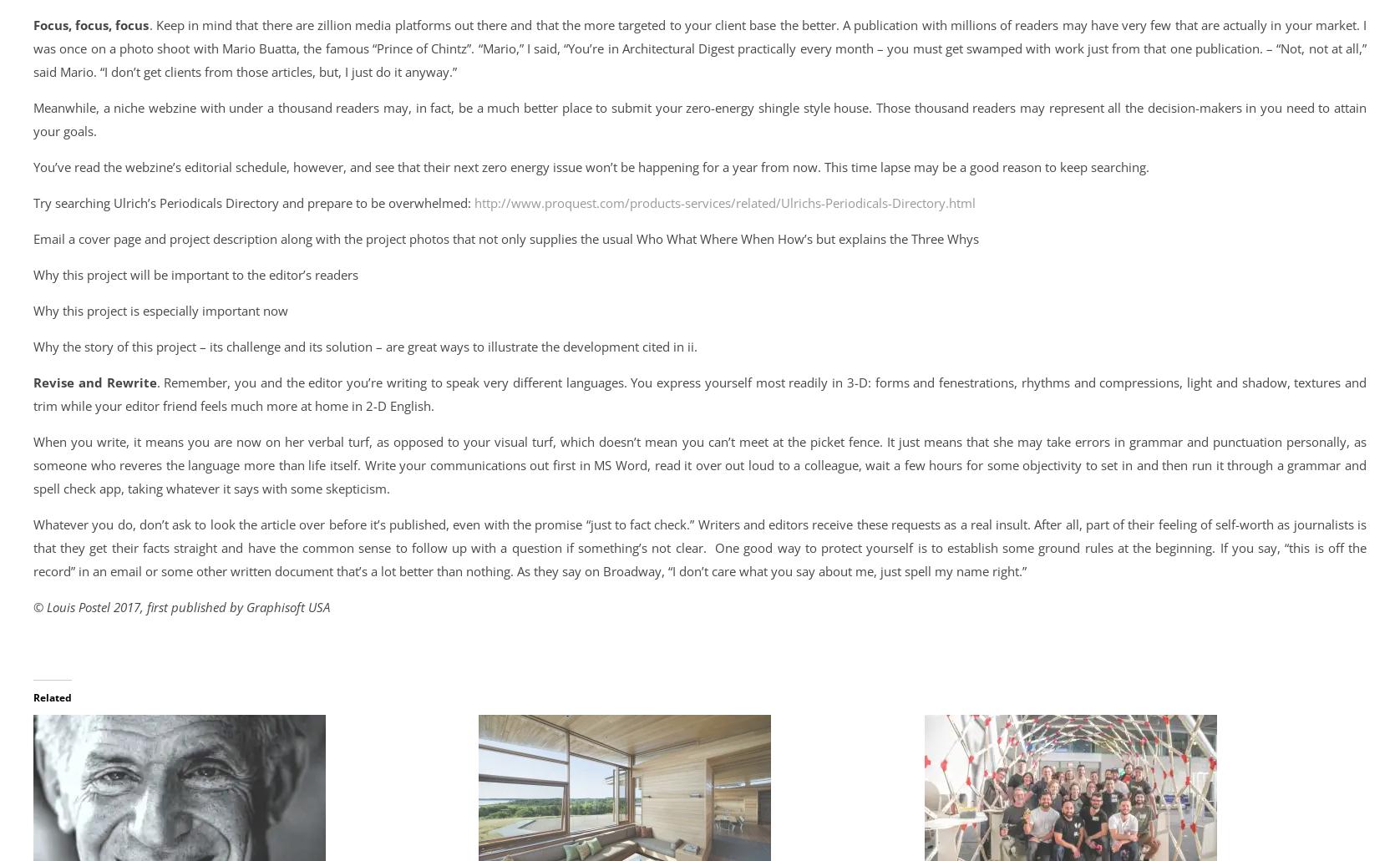  Describe the element at coordinates (700, 393) in the screenshot. I see `'. Remember, you and the editor you’re writing to speak very different languages. You express yourself most readily in 3-D: forms and fenestrations, rhythms and compressions, light and shadow, textures and trim while your editor friend feels much more at home in 2-D English.'` at that location.